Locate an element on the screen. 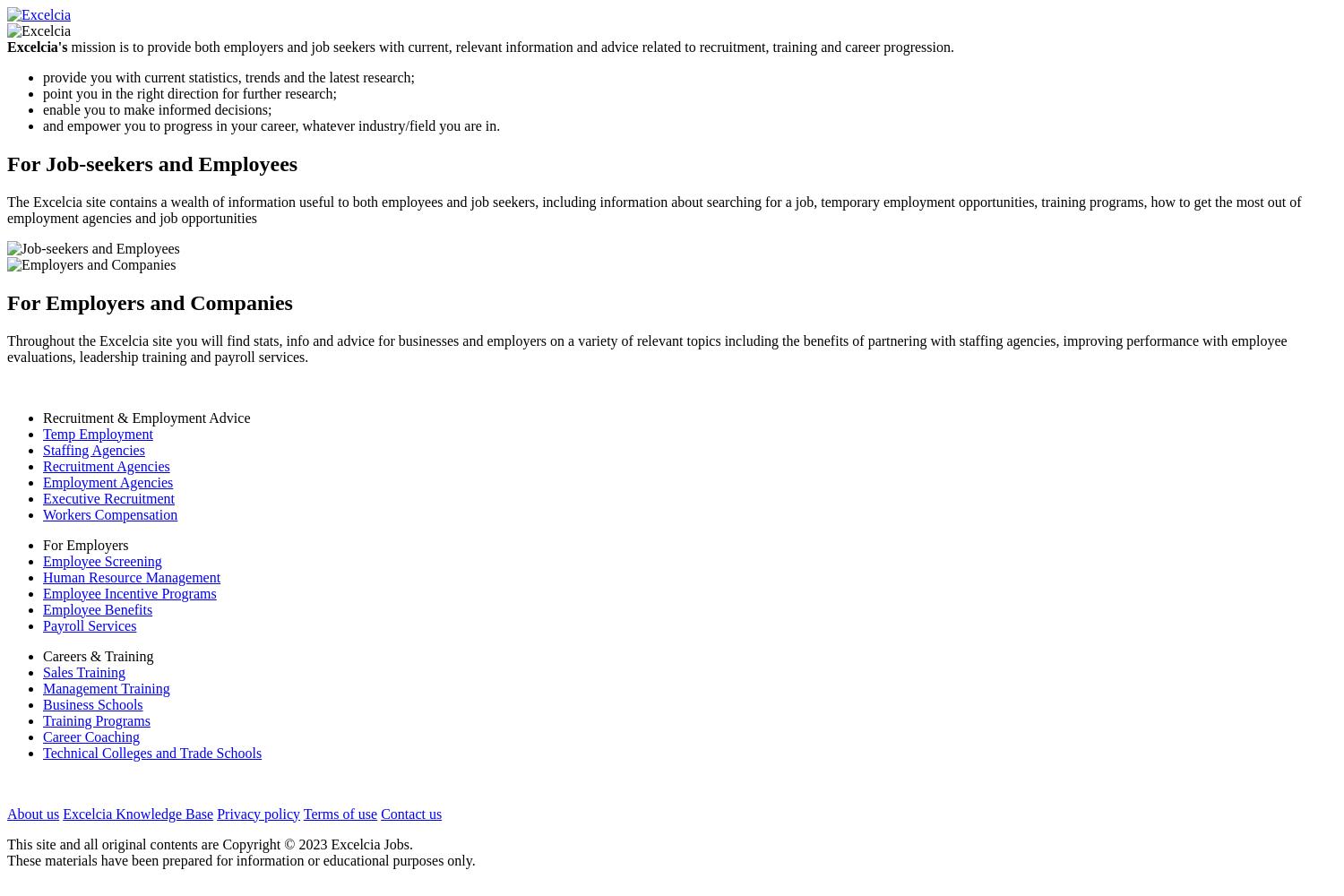 Image resolution: width=1344 pixels, height=896 pixels. 'Excelcia Knowledge Base' is located at coordinates (138, 813).